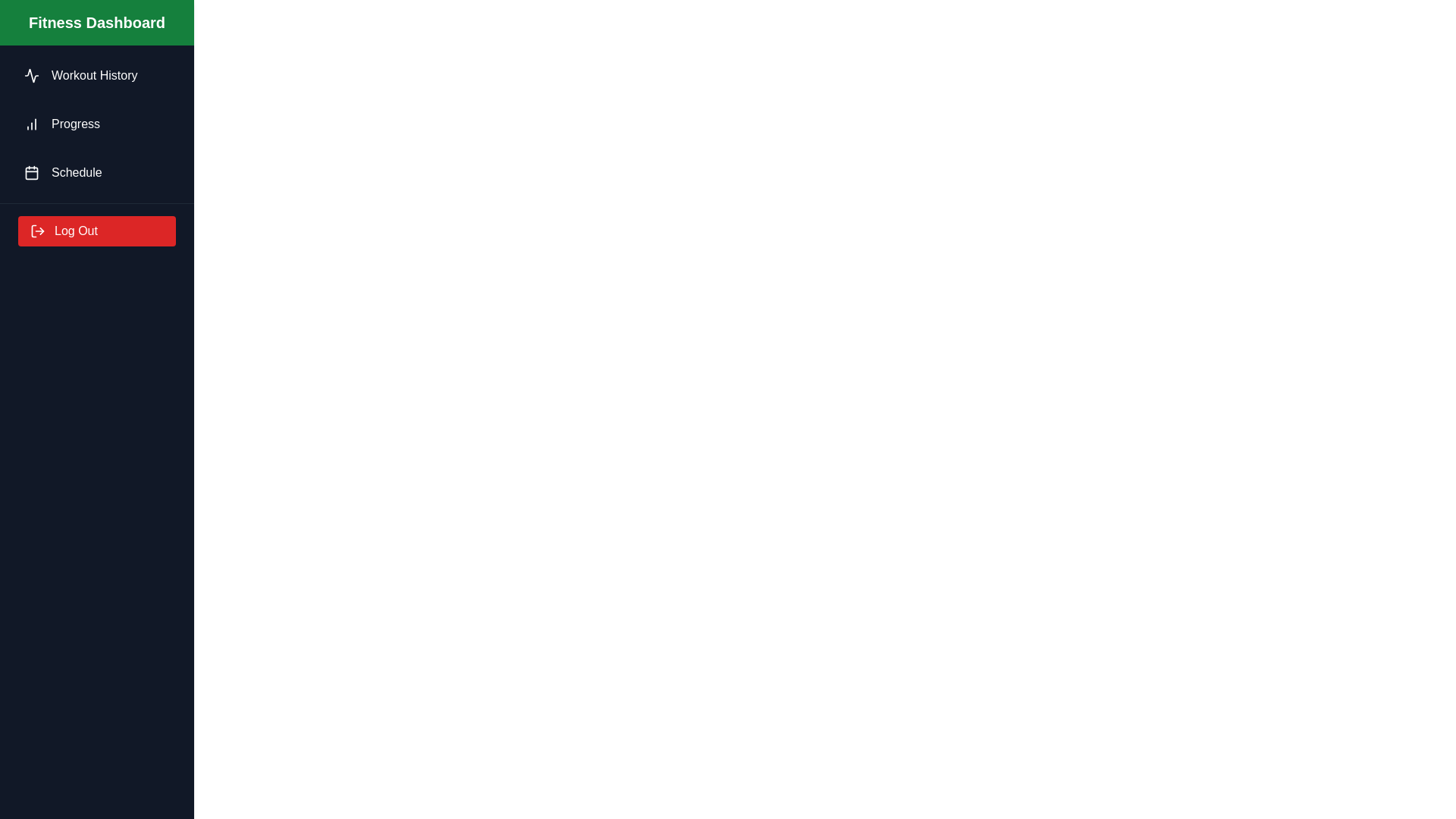 This screenshot has height=819, width=1456. Describe the element at coordinates (96, 23) in the screenshot. I see `the 'Fitness Dashboard' text display, which is styled in a larger bold font and rendered in white on a green background, located at the top of the left-hand navigation panel` at that location.